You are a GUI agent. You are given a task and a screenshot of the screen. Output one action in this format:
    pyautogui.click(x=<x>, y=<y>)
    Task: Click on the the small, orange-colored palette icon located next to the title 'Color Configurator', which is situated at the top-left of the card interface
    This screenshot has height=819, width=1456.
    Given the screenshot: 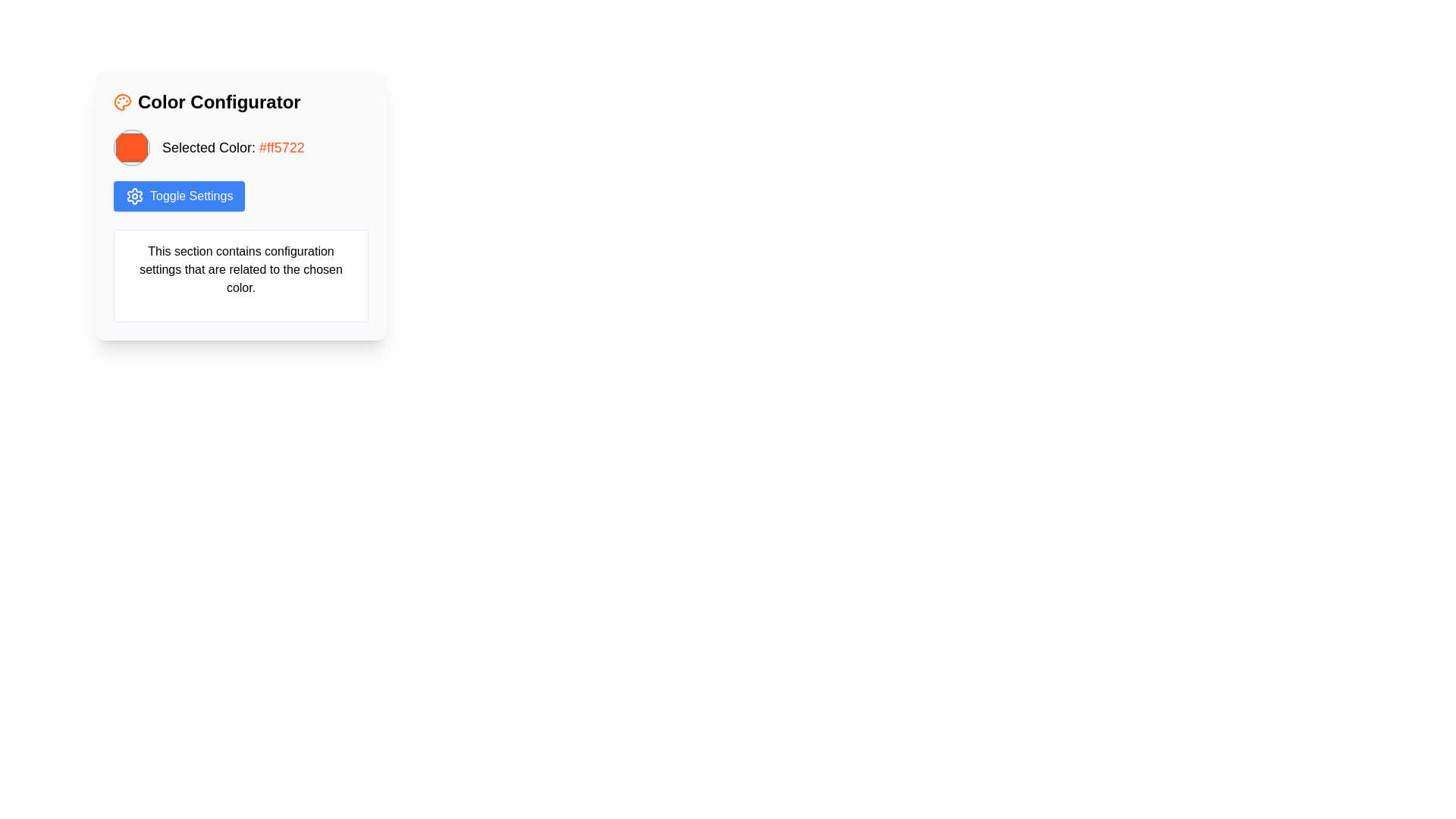 What is the action you would take?
    pyautogui.click(x=123, y=102)
    